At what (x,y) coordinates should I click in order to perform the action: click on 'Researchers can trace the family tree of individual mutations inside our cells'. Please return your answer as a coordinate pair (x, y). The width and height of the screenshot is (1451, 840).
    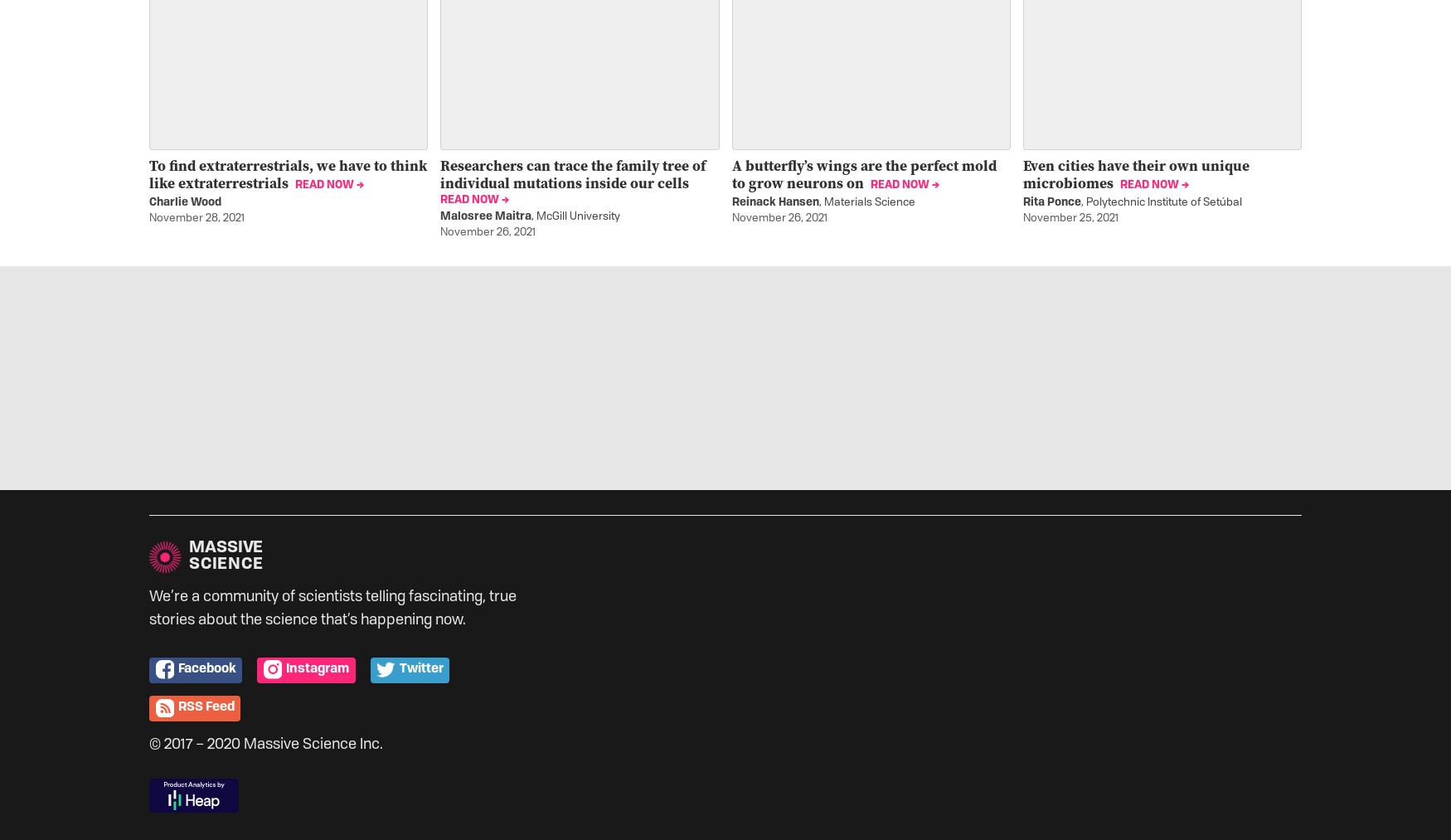
    Looking at the image, I should click on (439, 172).